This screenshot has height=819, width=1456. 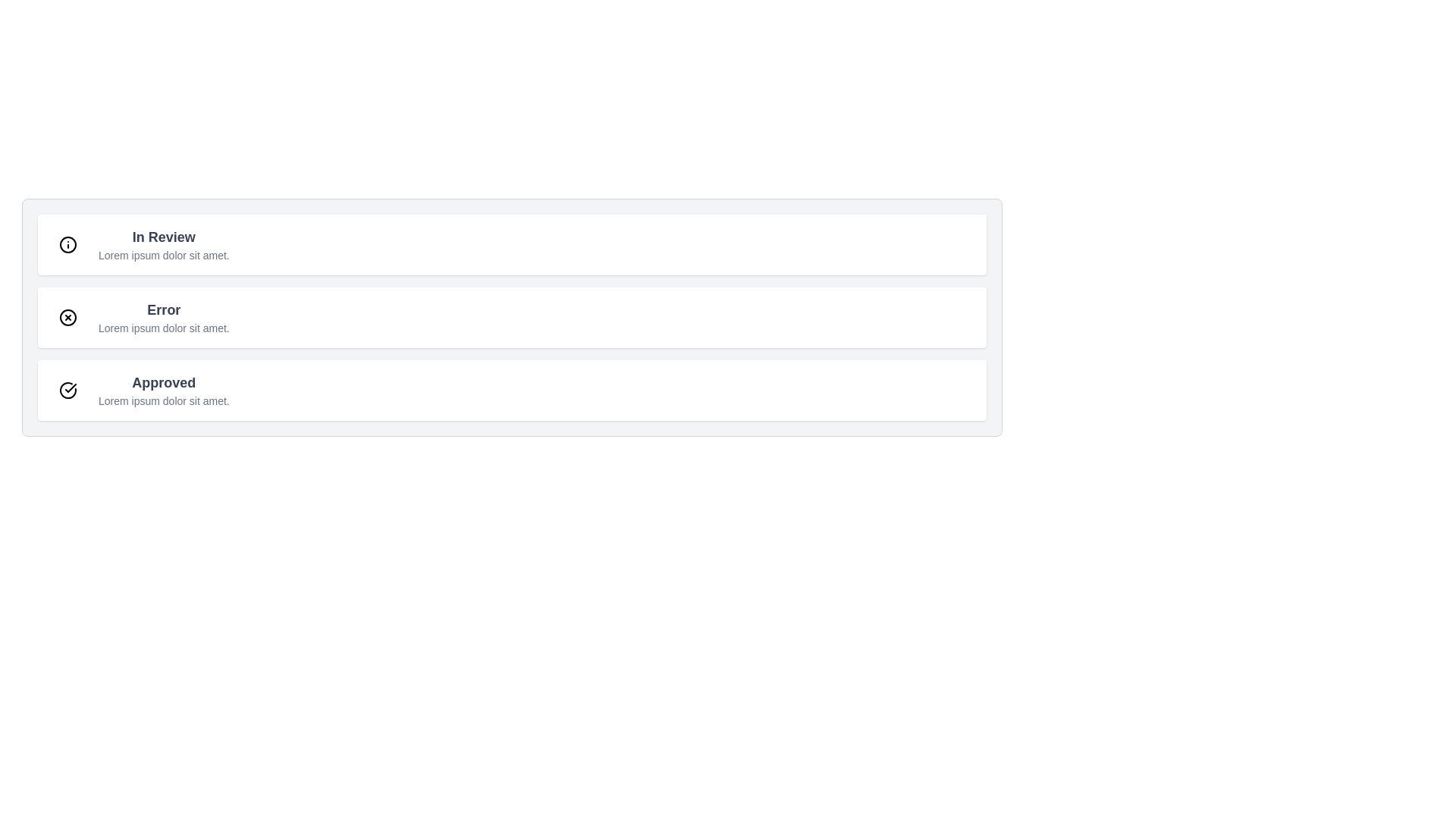 I want to click on the green 'approved' status icon located towards the bottom of the vertical layout, adjacent to the 'Approved' label and beneath the 'Error' section, so click(x=67, y=390).